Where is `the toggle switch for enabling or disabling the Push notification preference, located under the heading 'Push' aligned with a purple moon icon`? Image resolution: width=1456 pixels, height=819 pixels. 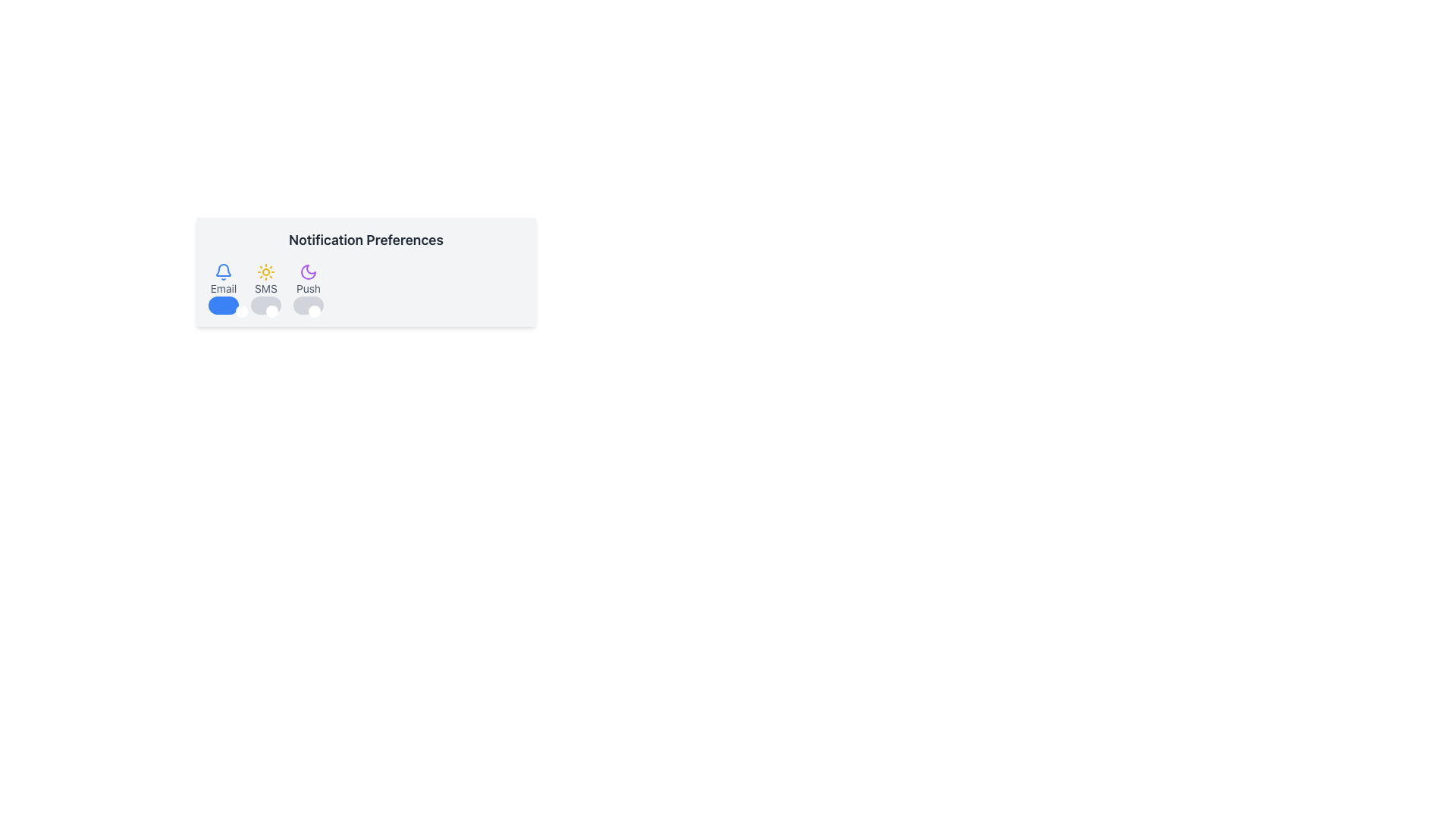 the toggle switch for enabling or disabling the Push notification preference, located under the heading 'Push' aligned with a purple moon icon is located at coordinates (308, 305).